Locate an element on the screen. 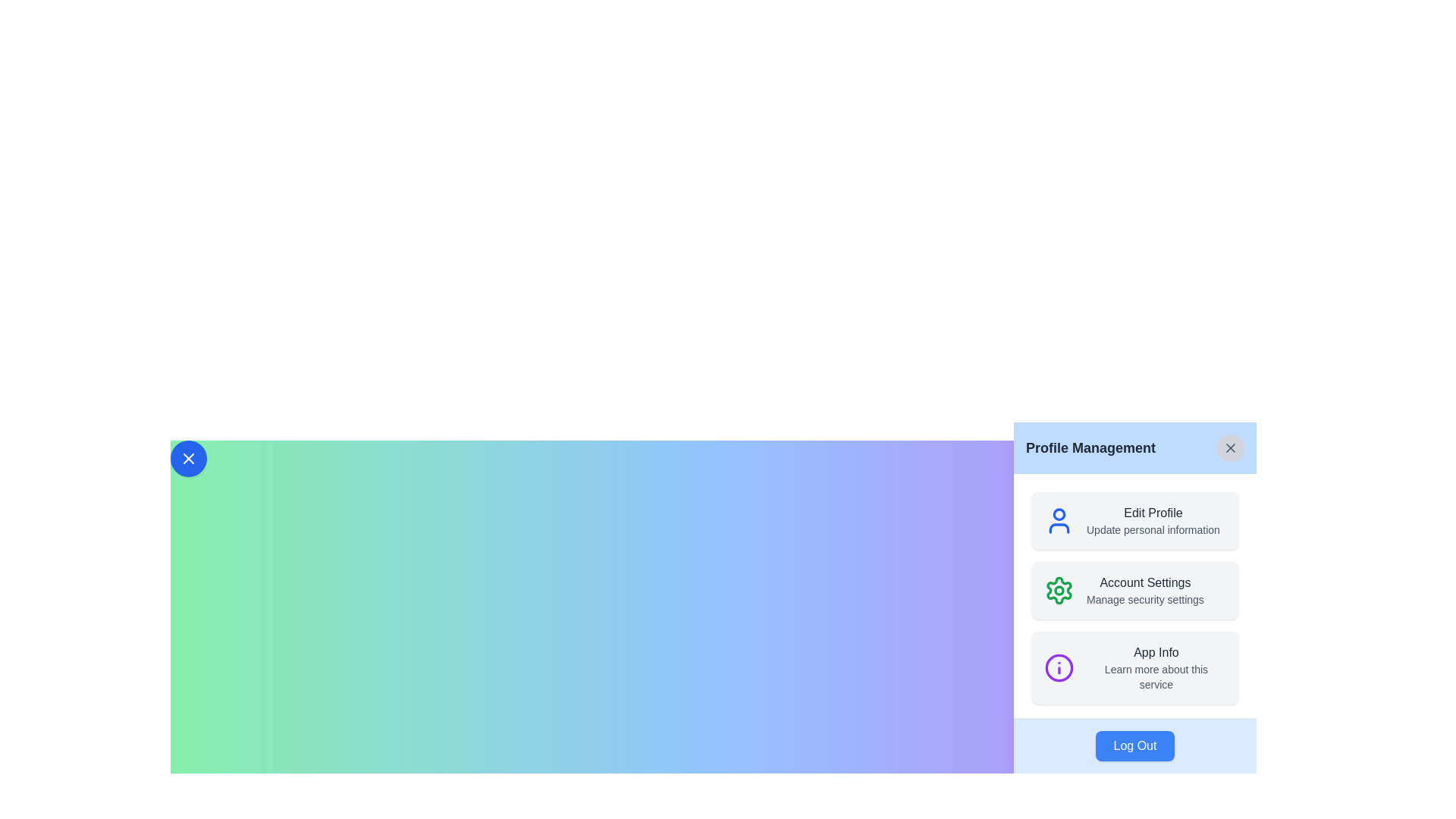 This screenshot has width=1456, height=819. the close button located at the top-right corner of the 'Profile Management' panel is located at coordinates (1230, 447).